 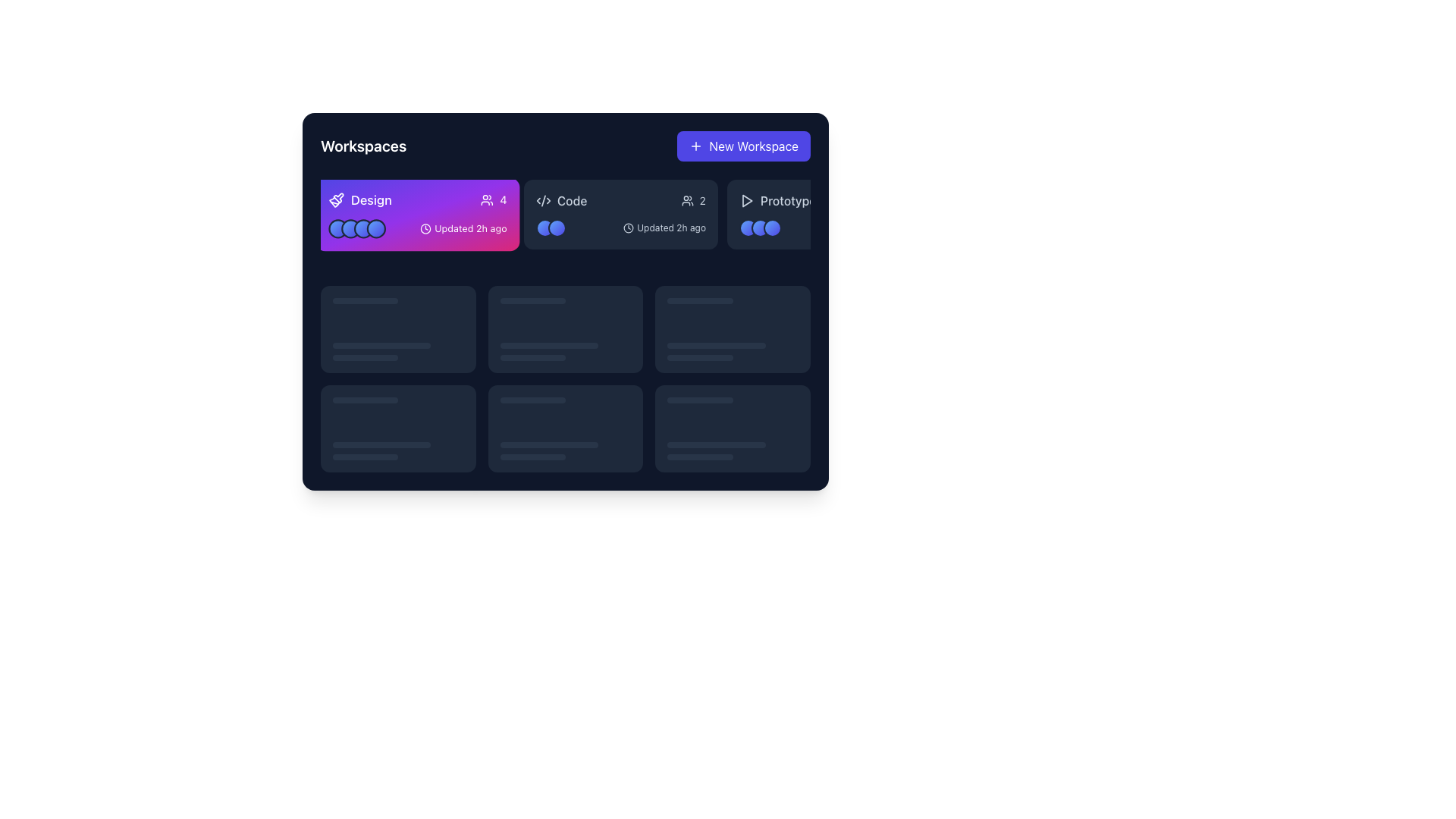 What do you see at coordinates (335, 199) in the screenshot?
I see `the design of the paintbrush icon located to the left of the 'Design' button, which features a minimalist outline and a vibrant background` at bounding box center [335, 199].